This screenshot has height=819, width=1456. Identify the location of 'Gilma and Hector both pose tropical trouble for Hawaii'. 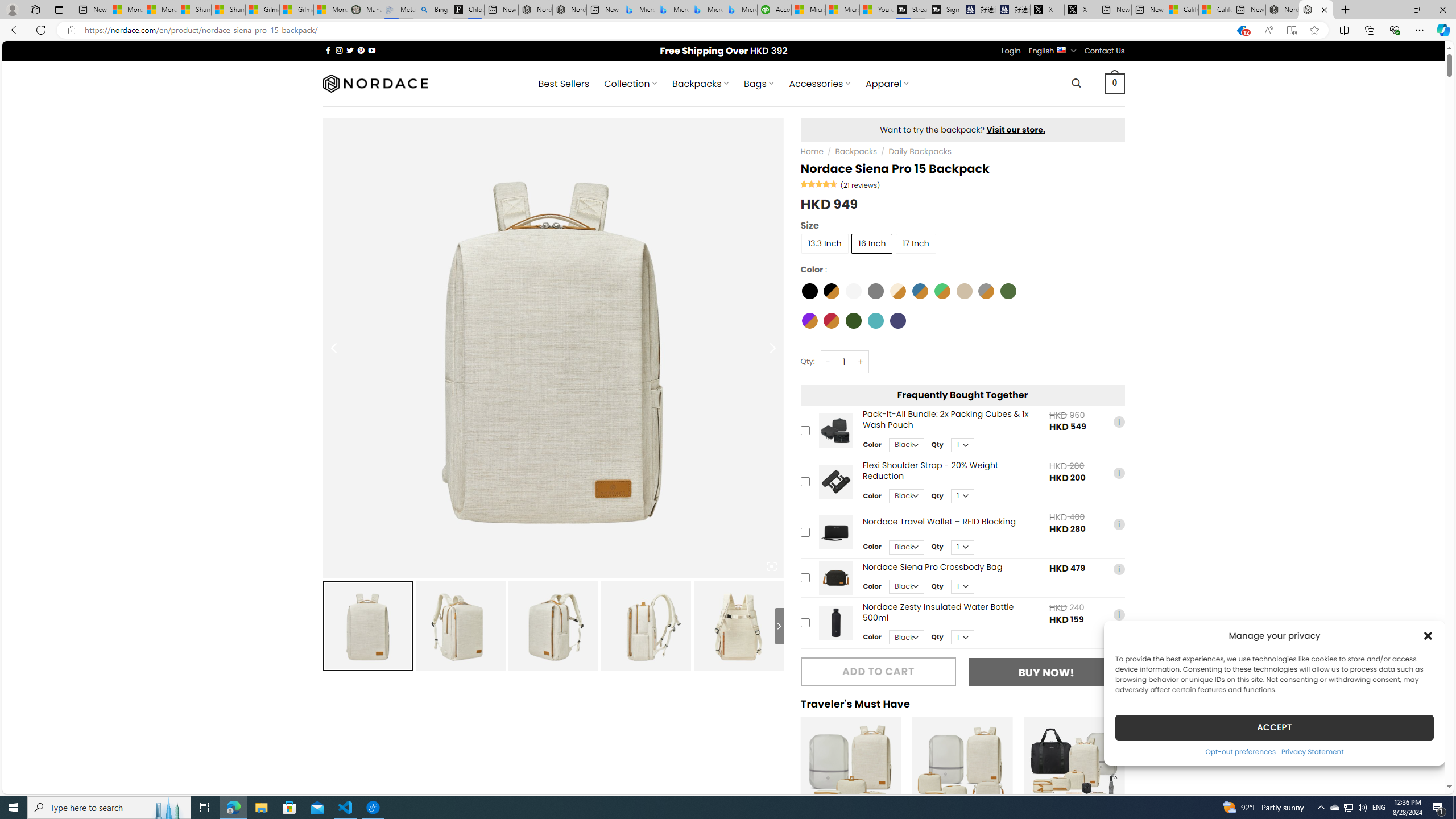
(296, 9).